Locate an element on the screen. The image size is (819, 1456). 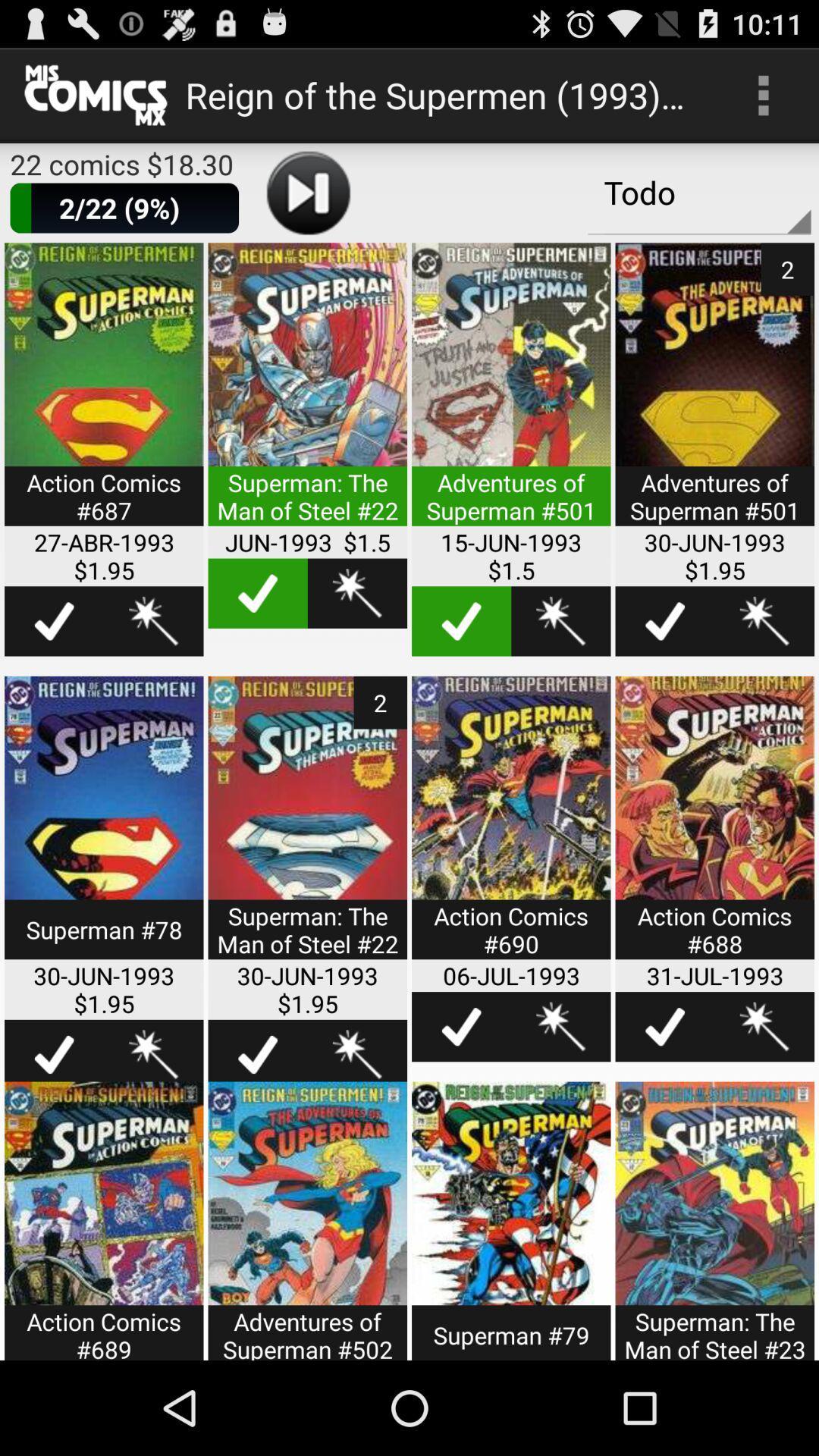
open selection is located at coordinates (103, 827).